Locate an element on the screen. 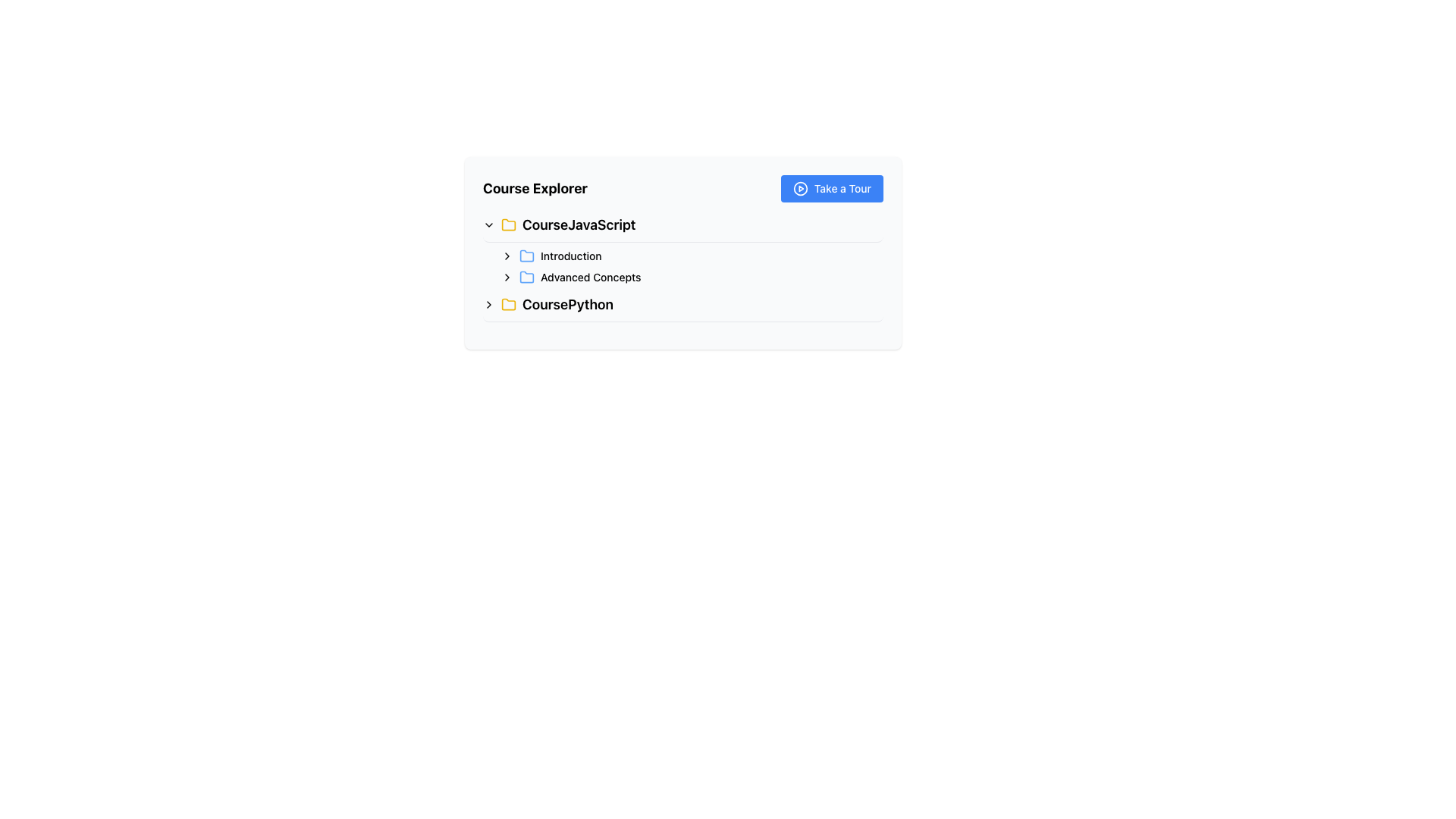  the button labeled 'Take a Tour' with a bright blue background and white text is located at coordinates (831, 188).